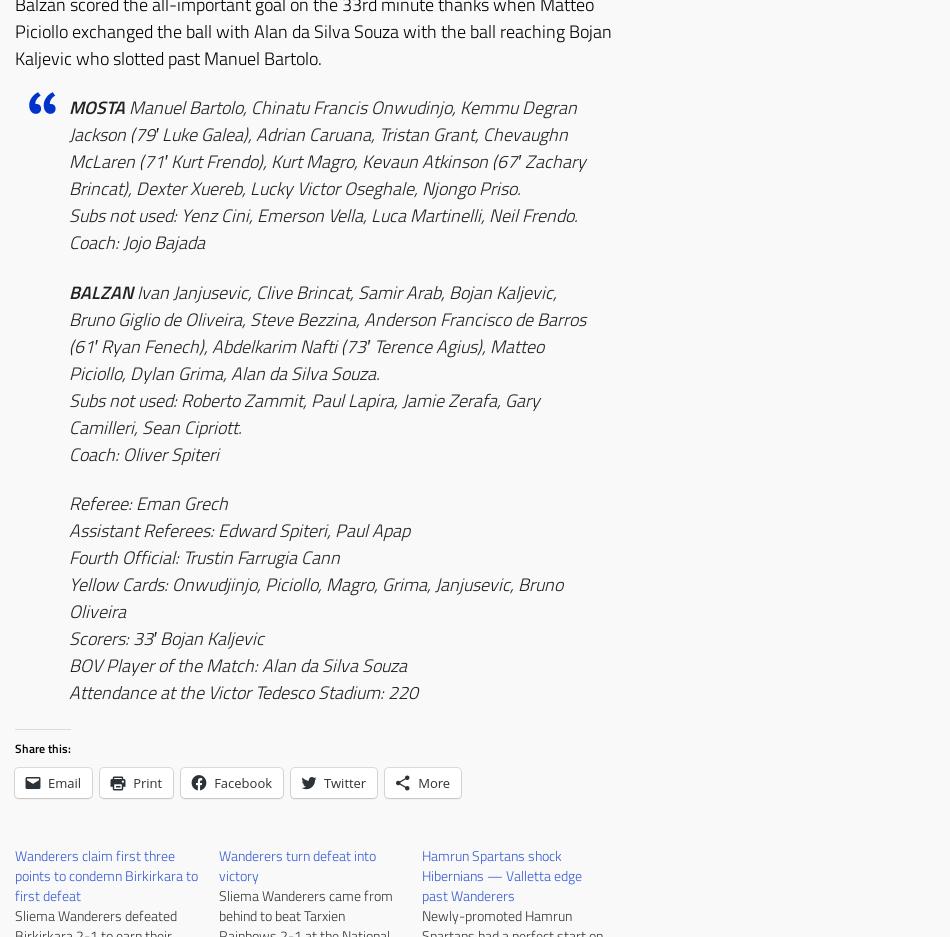  What do you see at coordinates (314, 596) in the screenshot?
I see `'Yellow Cards: Onwudjinjo, Piciollo, Magro, Grima, Janjusevic, Bruno Oliveira'` at bounding box center [314, 596].